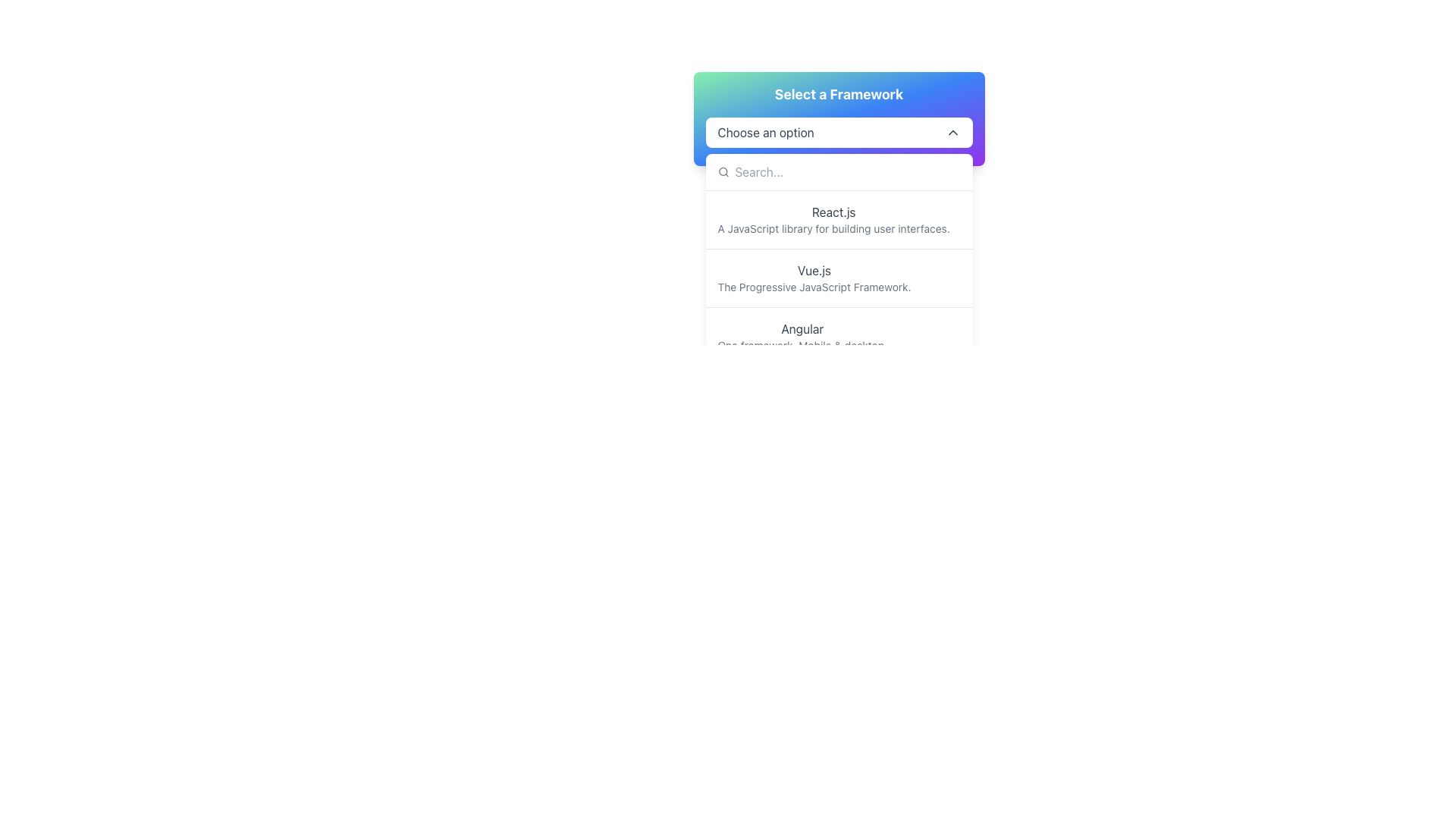 The width and height of the screenshot is (1456, 819). I want to click on the highlighted option 'Angular' in the dropdown menu under 'Select a Framework', so click(838, 335).